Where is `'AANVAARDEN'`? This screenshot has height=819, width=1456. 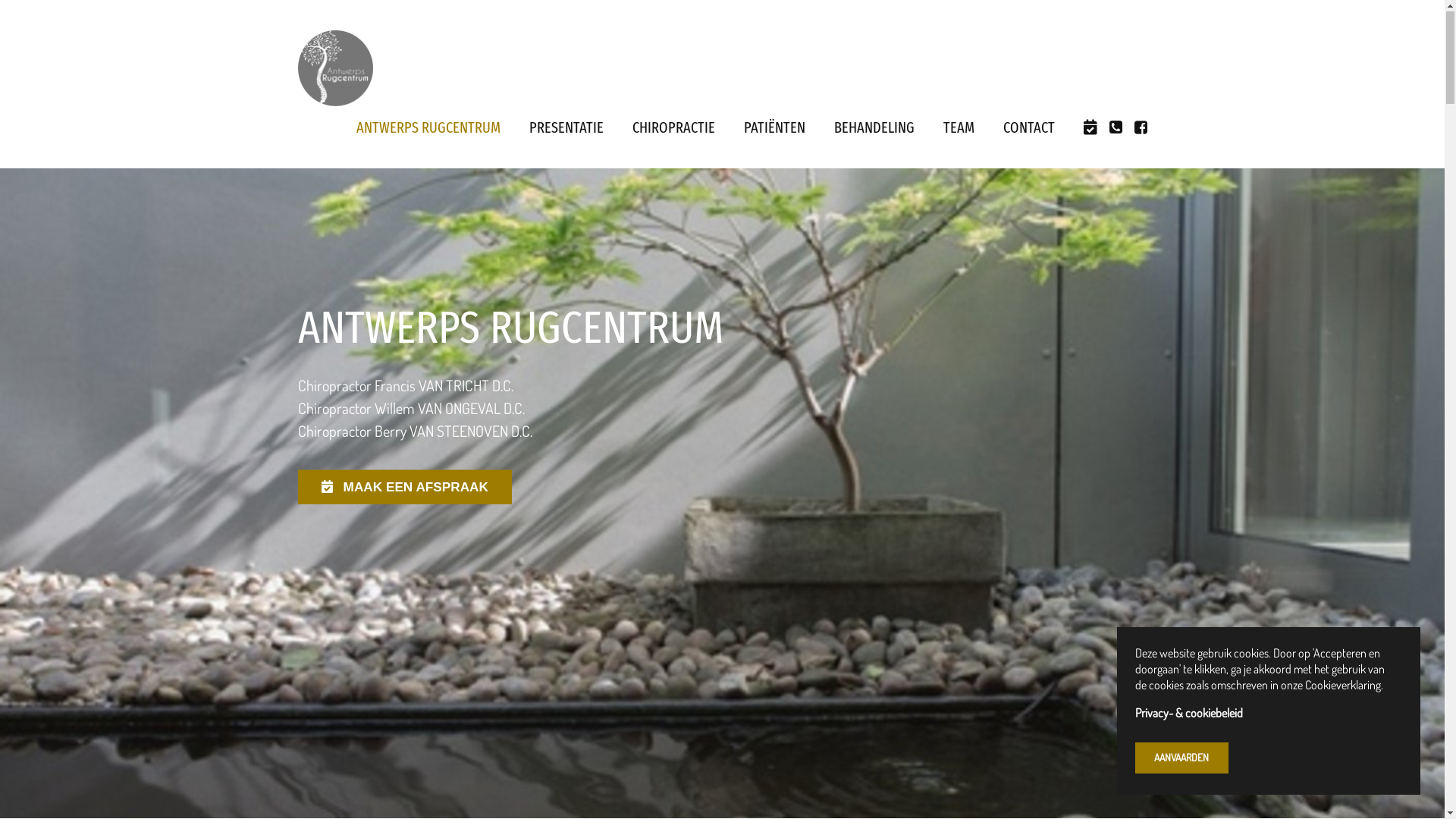 'AANVAARDEN' is located at coordinates (1181, 758).